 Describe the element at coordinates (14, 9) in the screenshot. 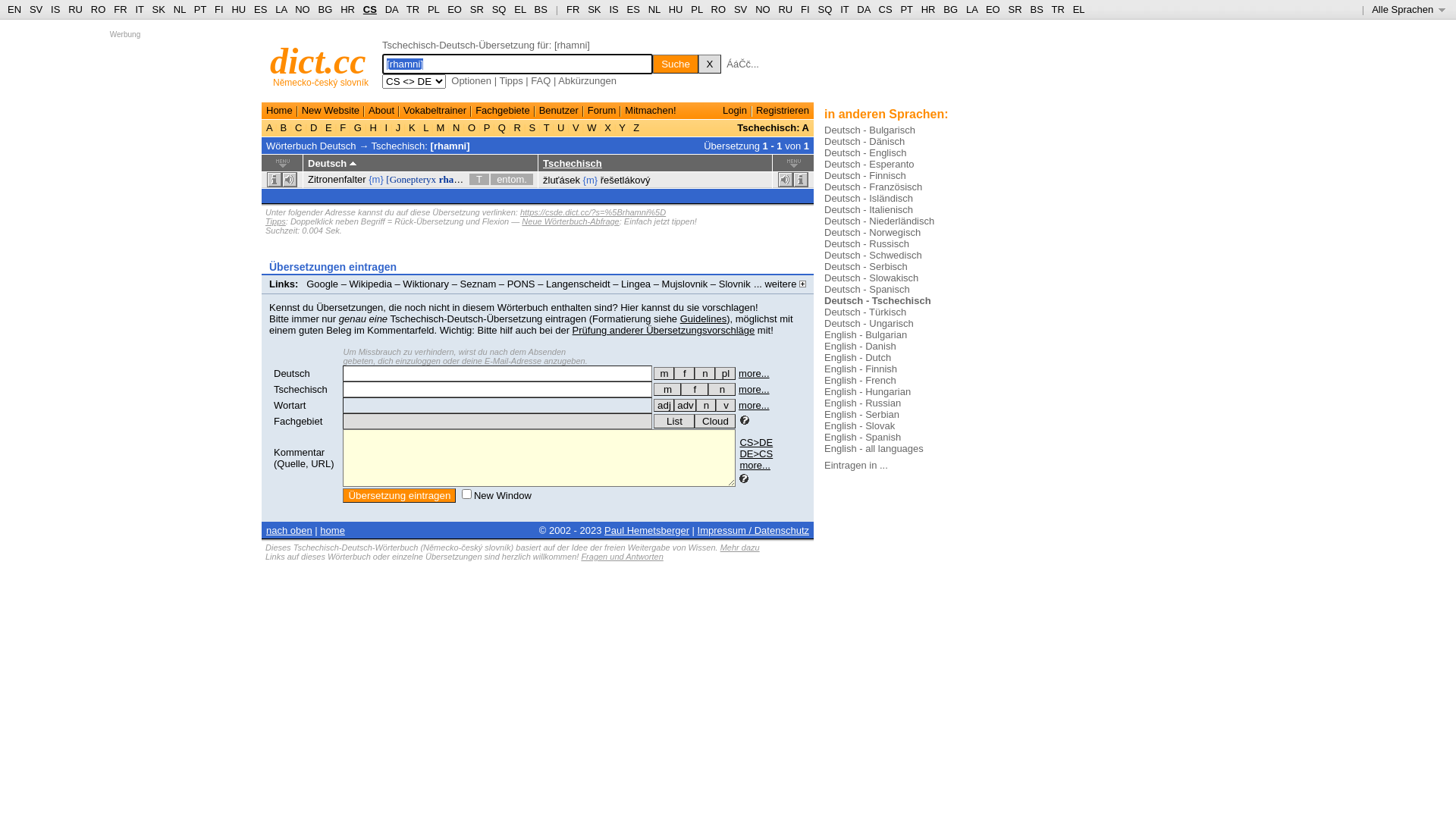

I see `'EN'` at that location.